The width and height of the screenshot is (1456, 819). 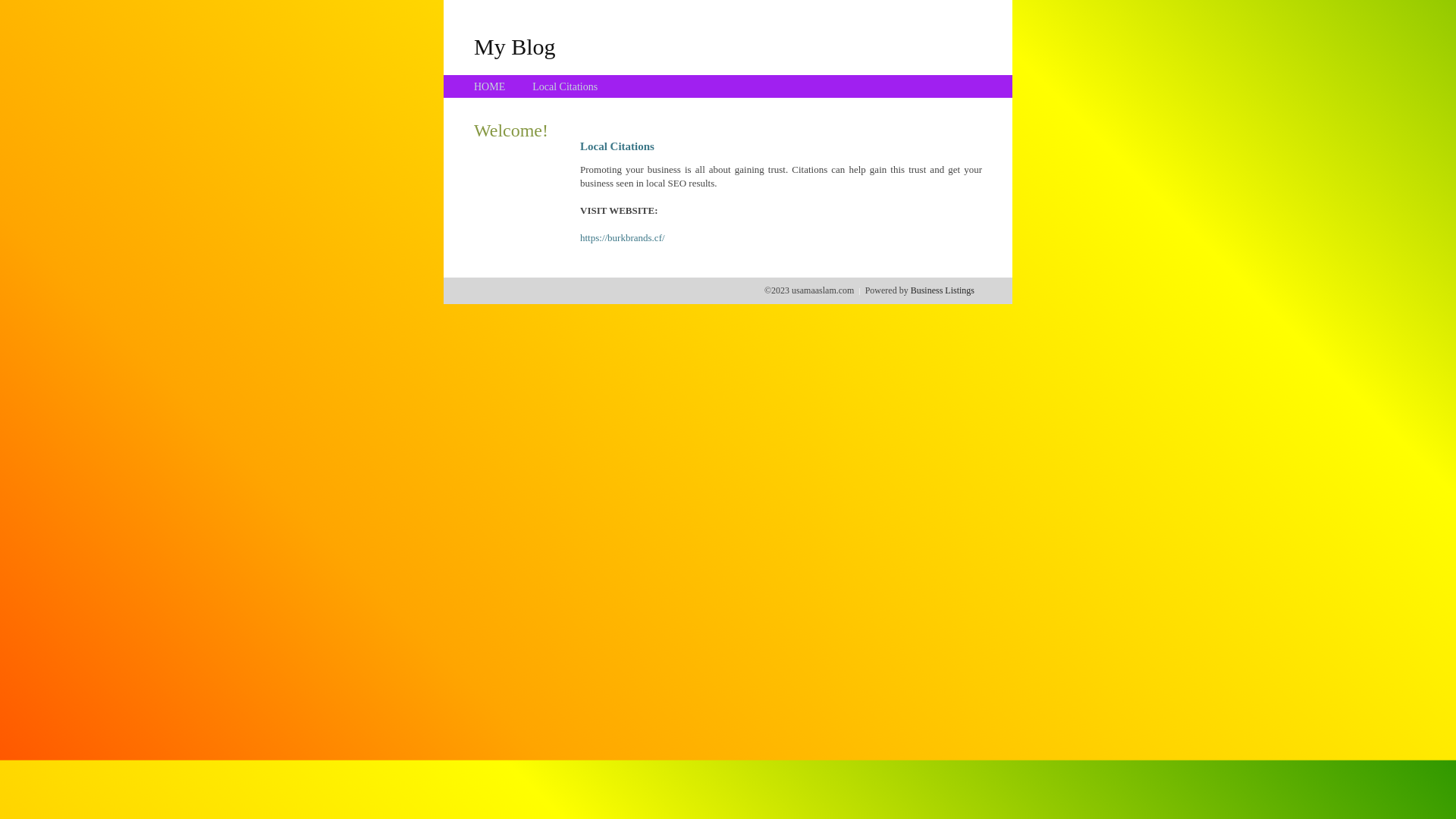 What do you see at coordinates (579, 237) in the screenshot?
I see `'https://burkbrands.cf/'` at bounding box center [579, 237].